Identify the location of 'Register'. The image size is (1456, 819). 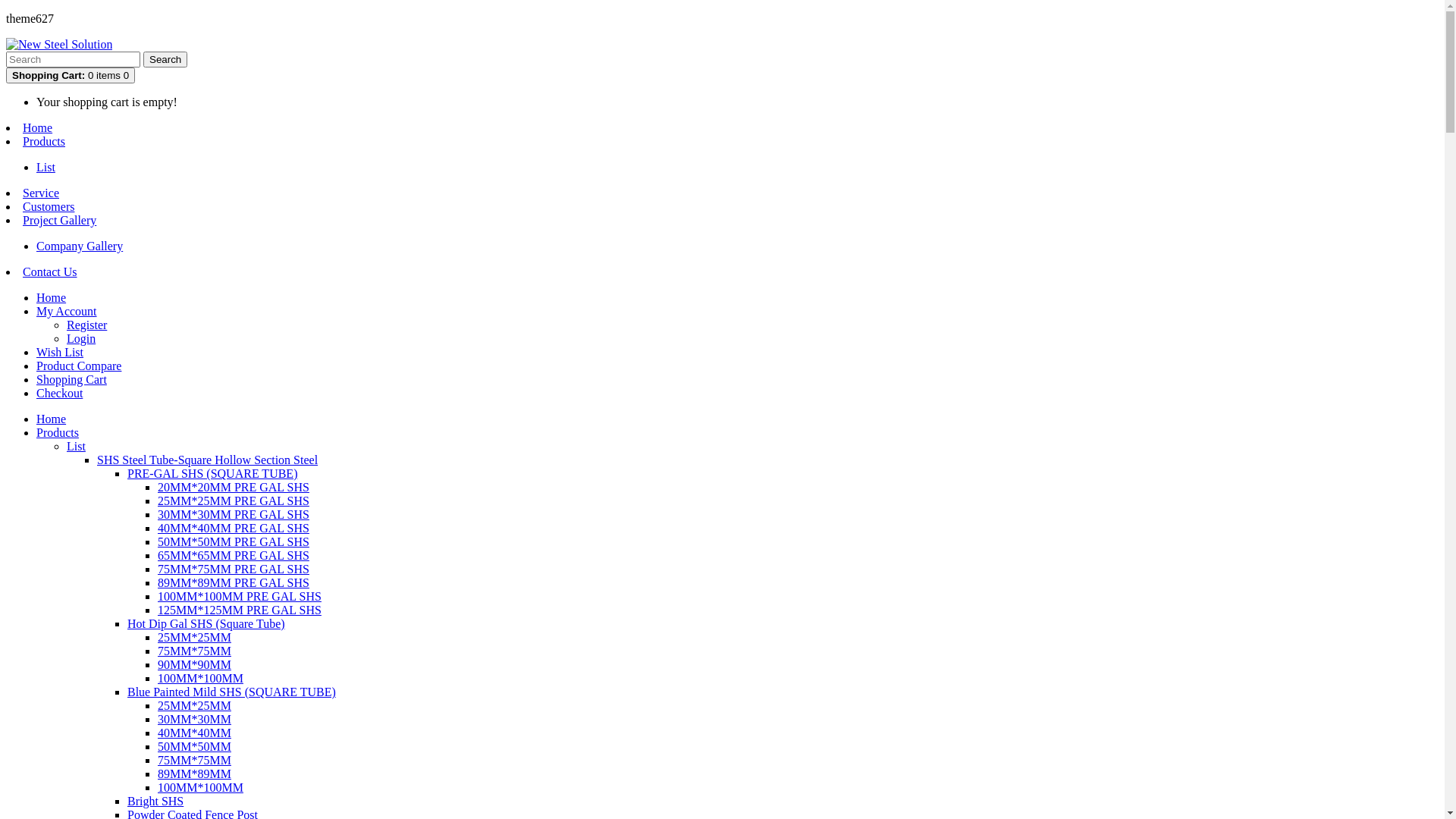
(86, 324).